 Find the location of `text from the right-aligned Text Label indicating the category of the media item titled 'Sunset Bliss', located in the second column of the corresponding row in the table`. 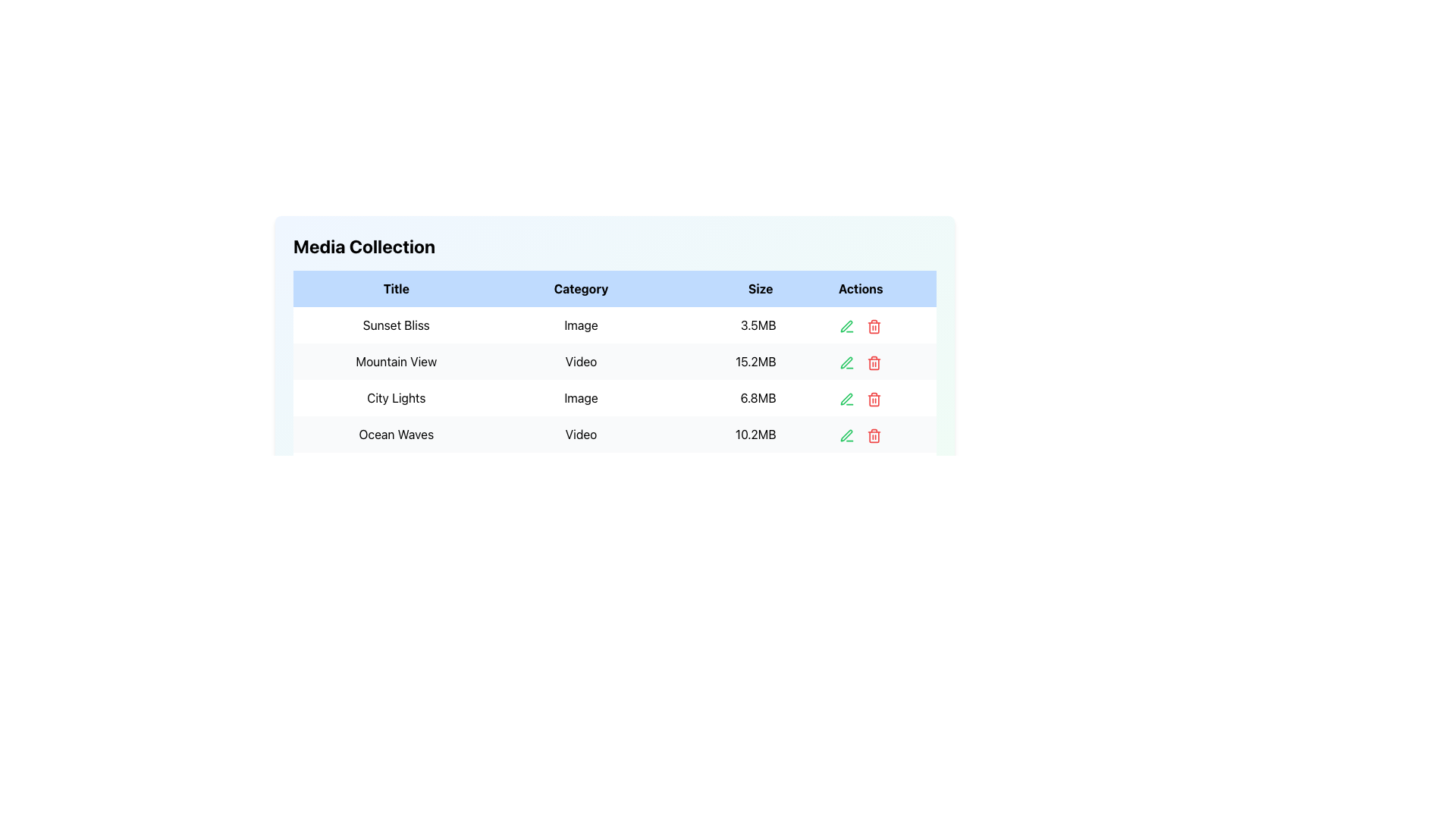

text from the right-aligned Text Label indicating the category of the media item titled 'Sunset Bliss', located in the second column of the corresponding row in the table is located at coordinates (580, 324).